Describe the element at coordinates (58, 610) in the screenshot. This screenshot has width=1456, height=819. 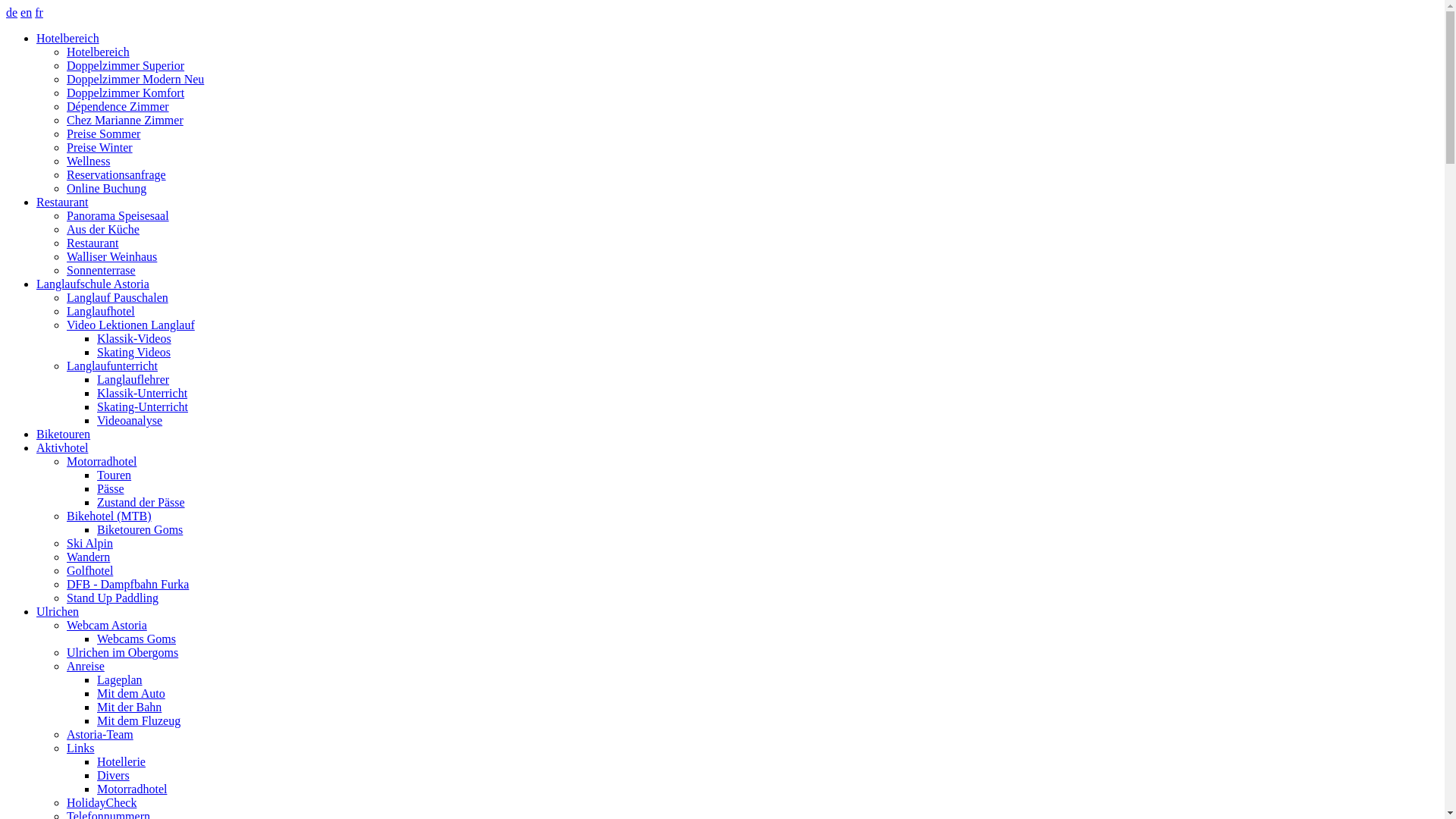
I see `'Ulrichen'` at that location.